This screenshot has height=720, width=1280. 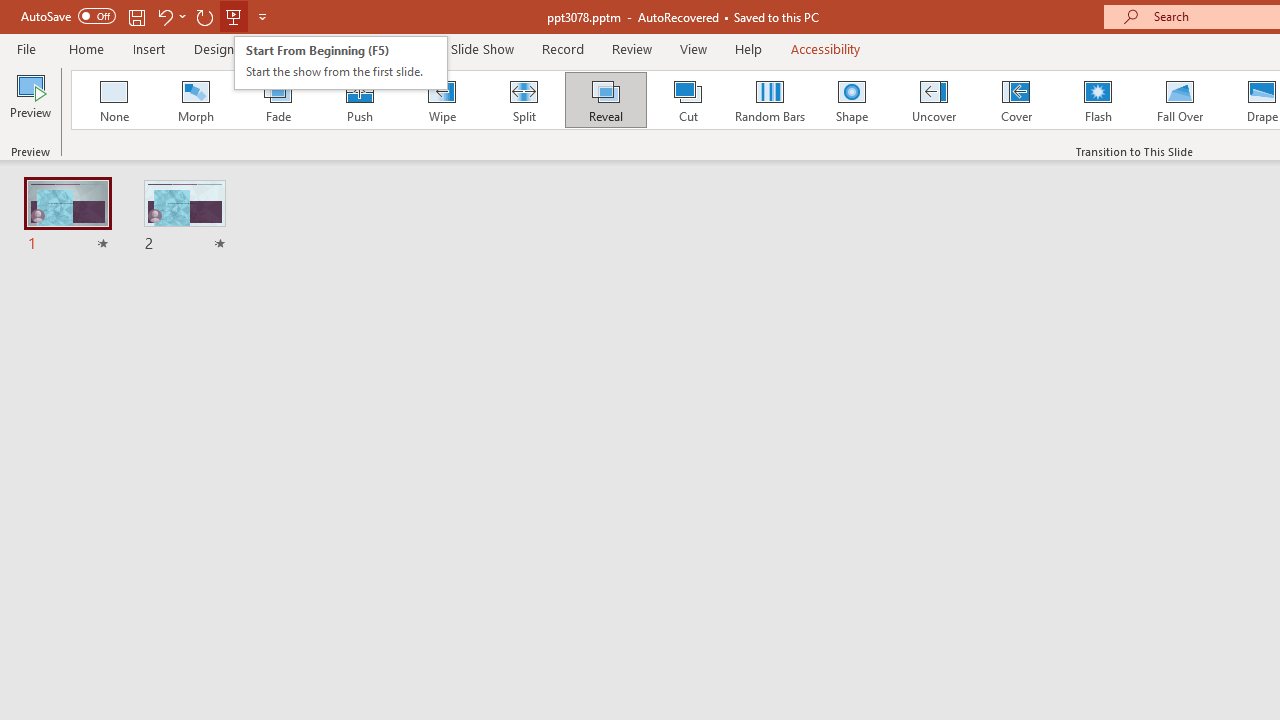 What do you see at coordinates (440, 100) in the screenshot?
I see `'Wipe'` at bounding box center [440, 100].